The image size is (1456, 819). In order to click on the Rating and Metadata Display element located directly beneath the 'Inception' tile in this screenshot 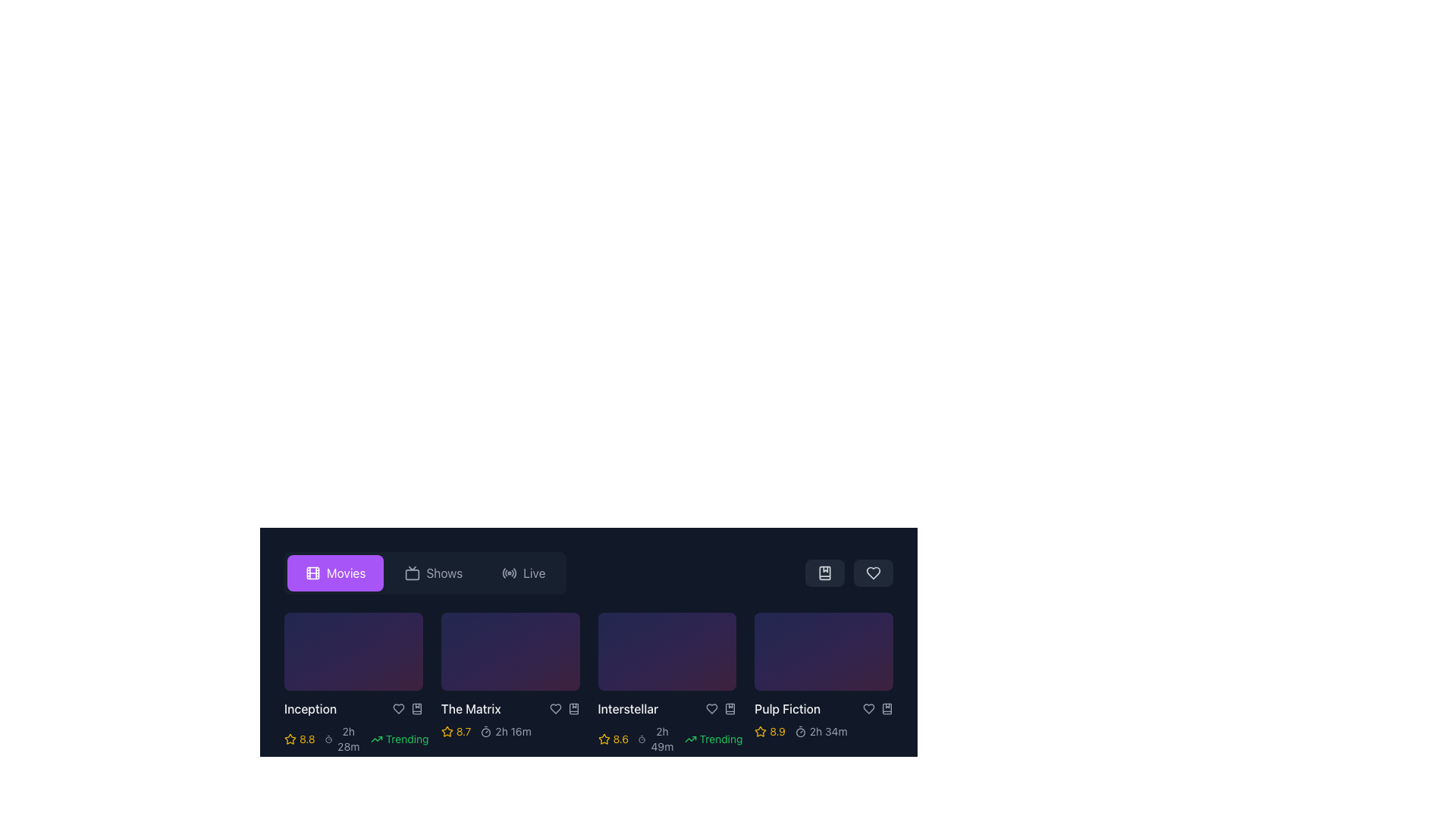, I will do `click(353, 738)`.